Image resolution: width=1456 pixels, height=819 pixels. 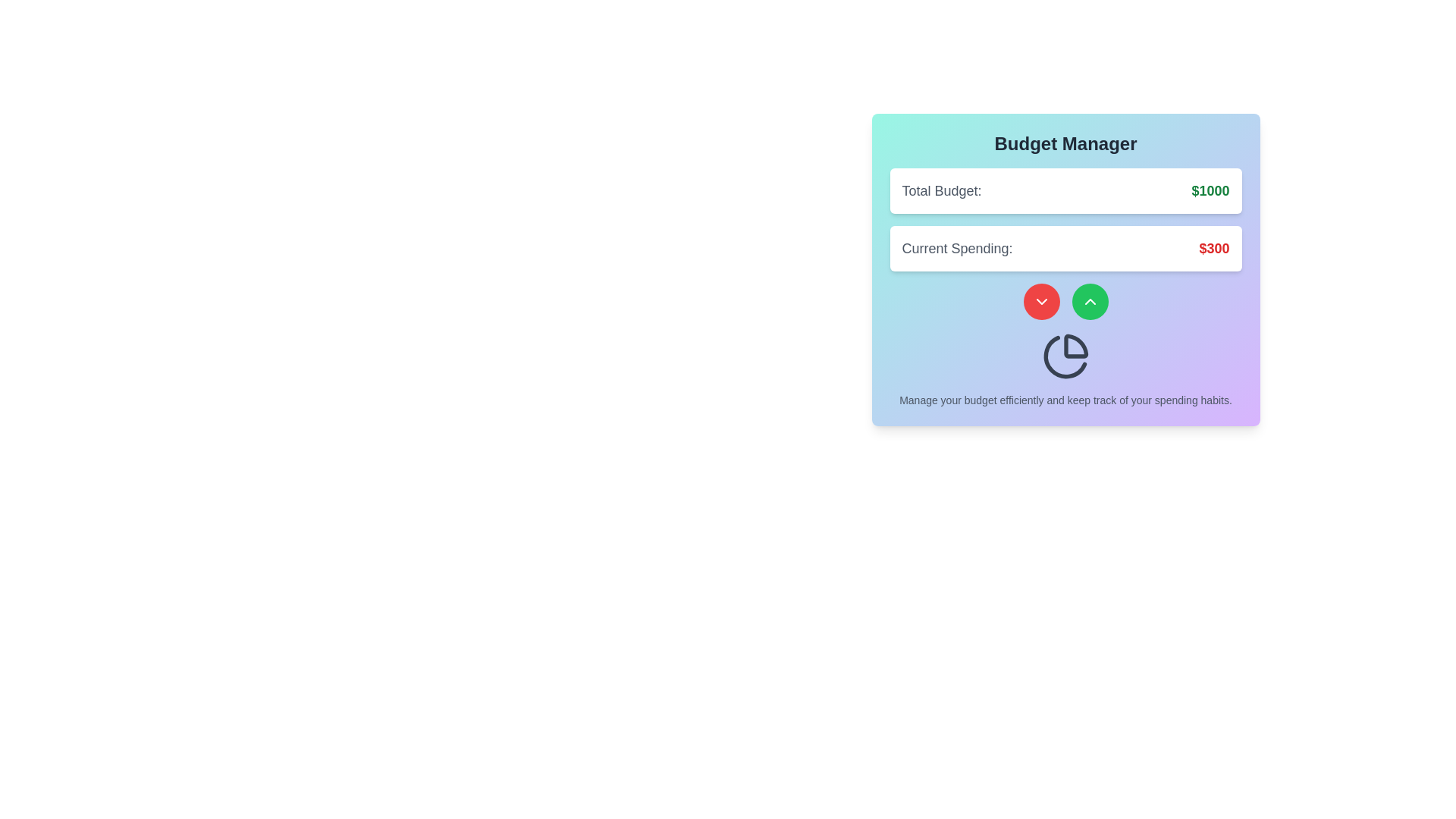 I want to click on the Text Label that serves as the title or header for the section, providing clear identification of the context or functionality of surrounding elements, so click(x=1065, y=143).